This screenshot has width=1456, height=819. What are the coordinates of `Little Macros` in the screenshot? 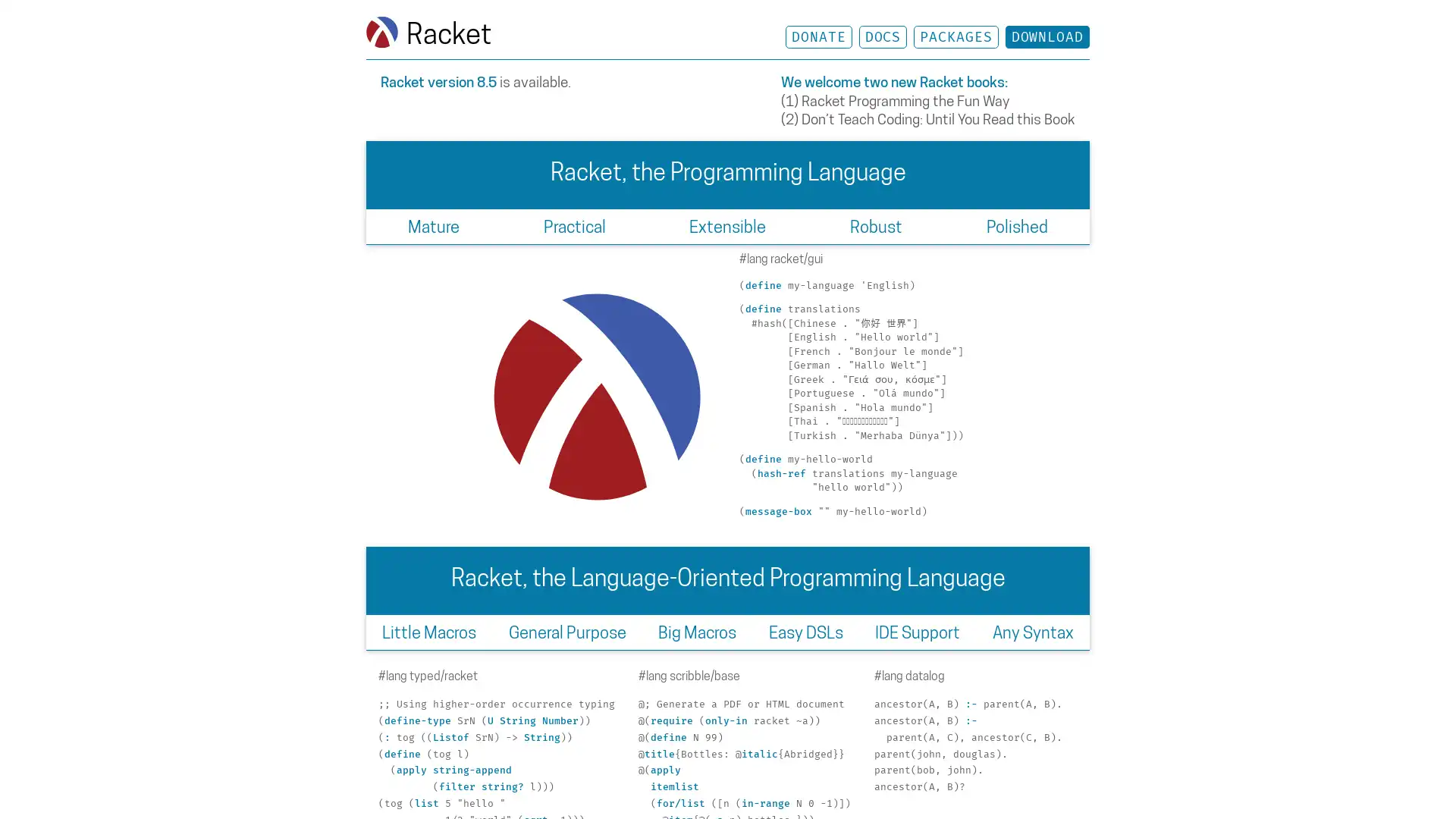 It's located at (428, 632).